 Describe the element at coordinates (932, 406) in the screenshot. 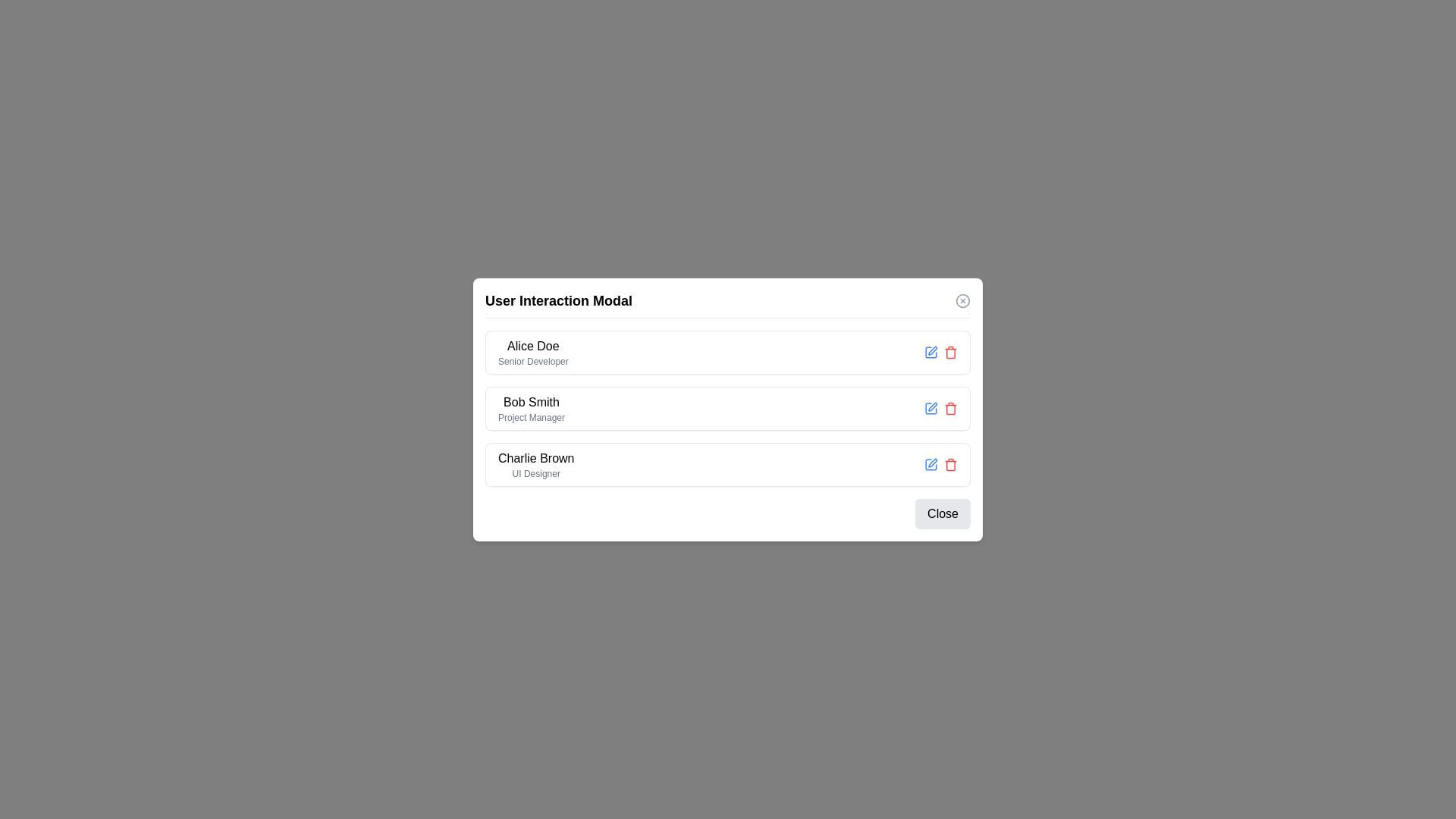

I see `the pen-shaped icon representing an editable action within the 'Bob Smith' (Project Manager) box` at that location.